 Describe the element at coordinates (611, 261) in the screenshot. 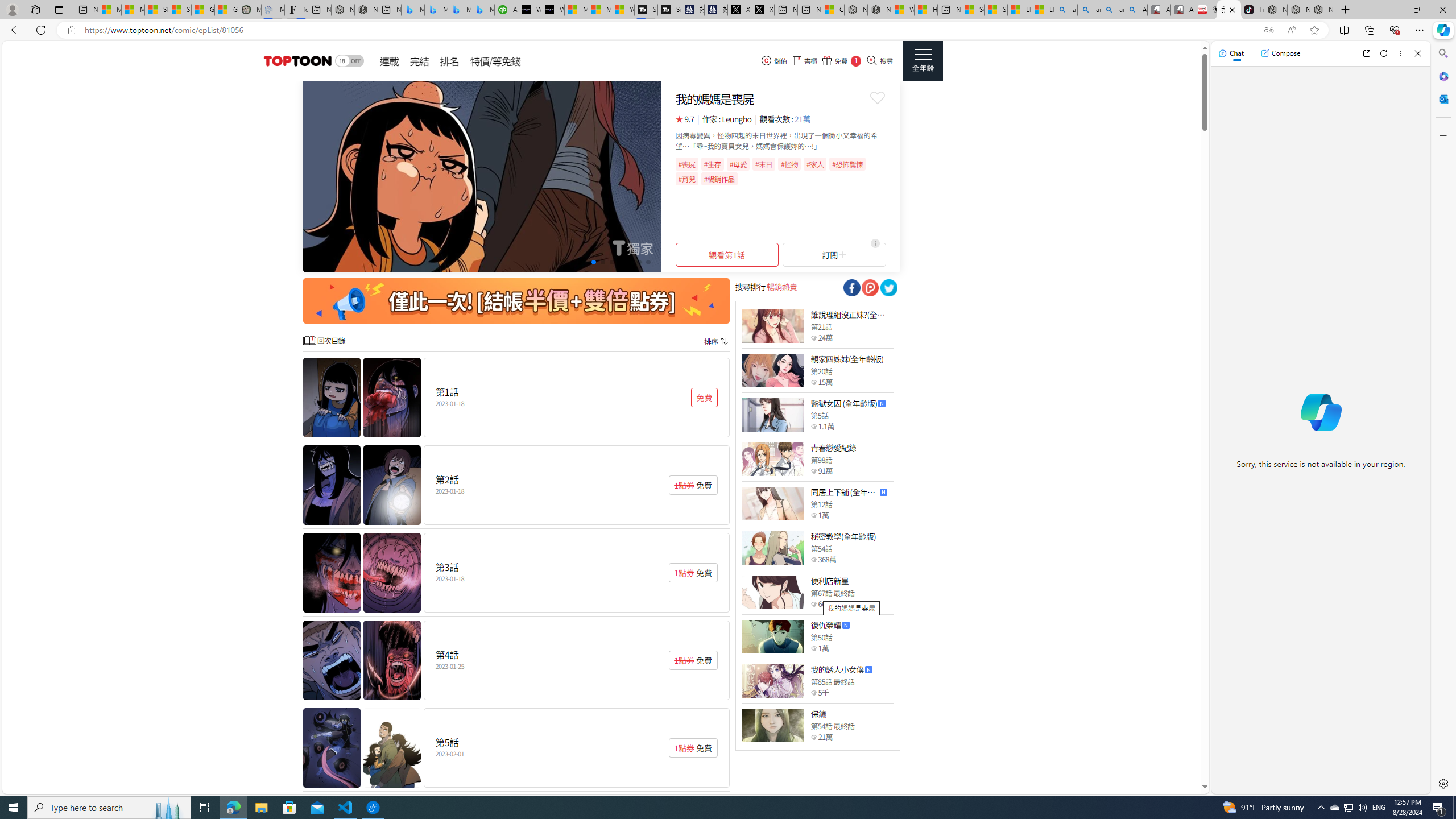

I see `'Go to slide 6'` at that location.